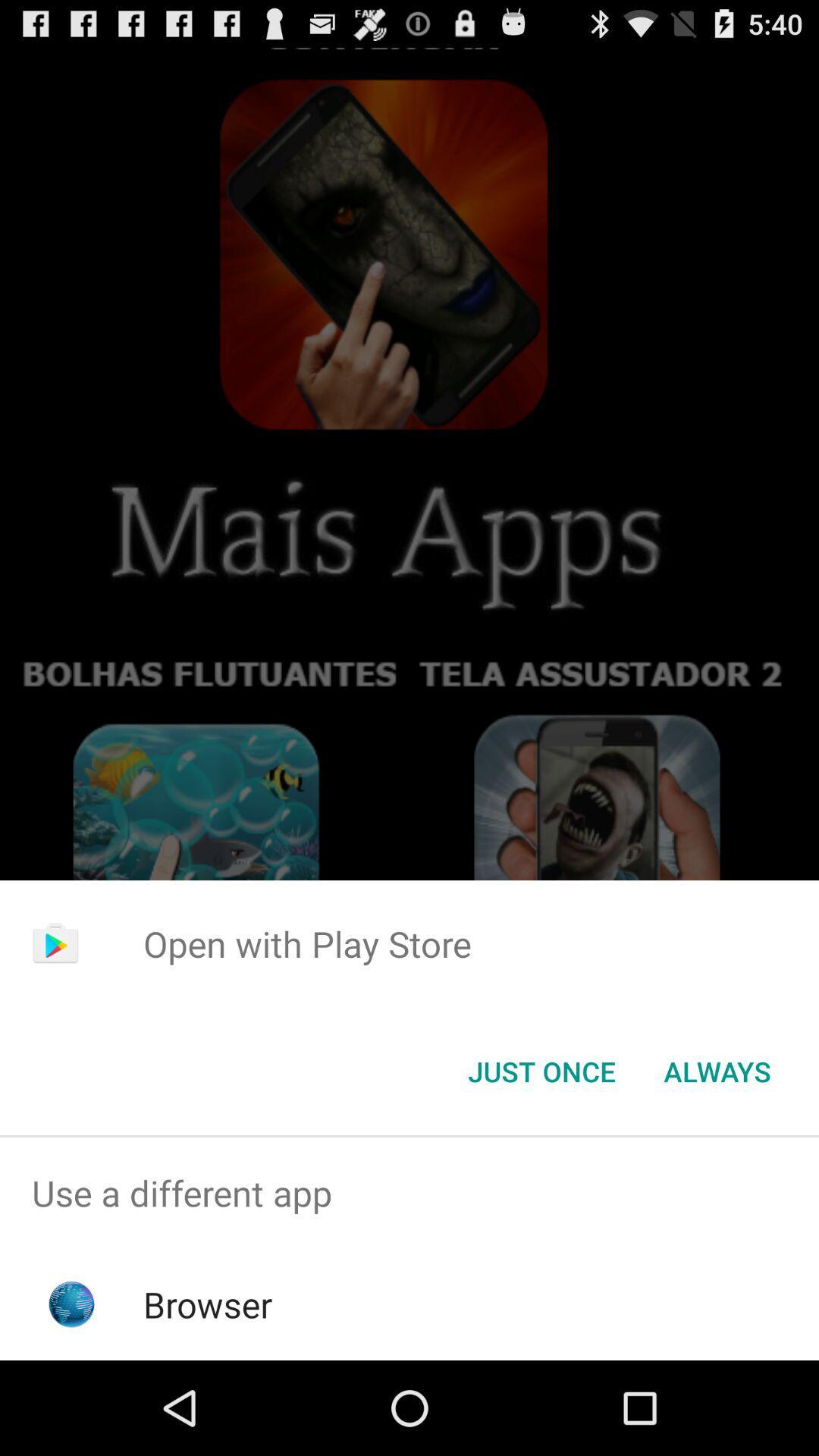 This screenshot has height=1456, width=819. What do you see at coordinates (717, 1070) in the screenshot?
I see `the always button` at bounding box center [717, 1070].